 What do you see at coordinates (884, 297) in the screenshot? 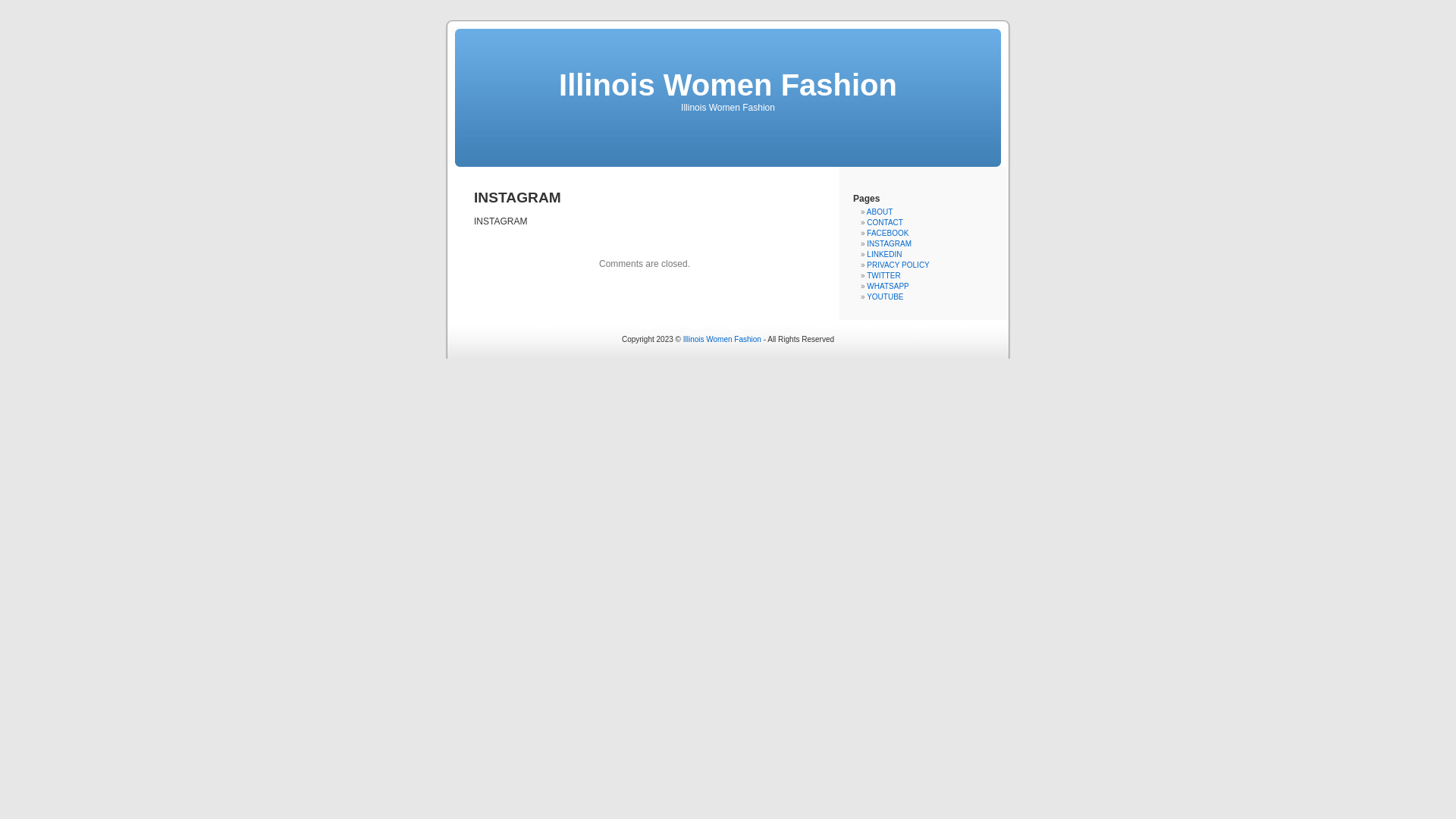
I see `'YOUTUBE'` at bounding box center [884, 297].